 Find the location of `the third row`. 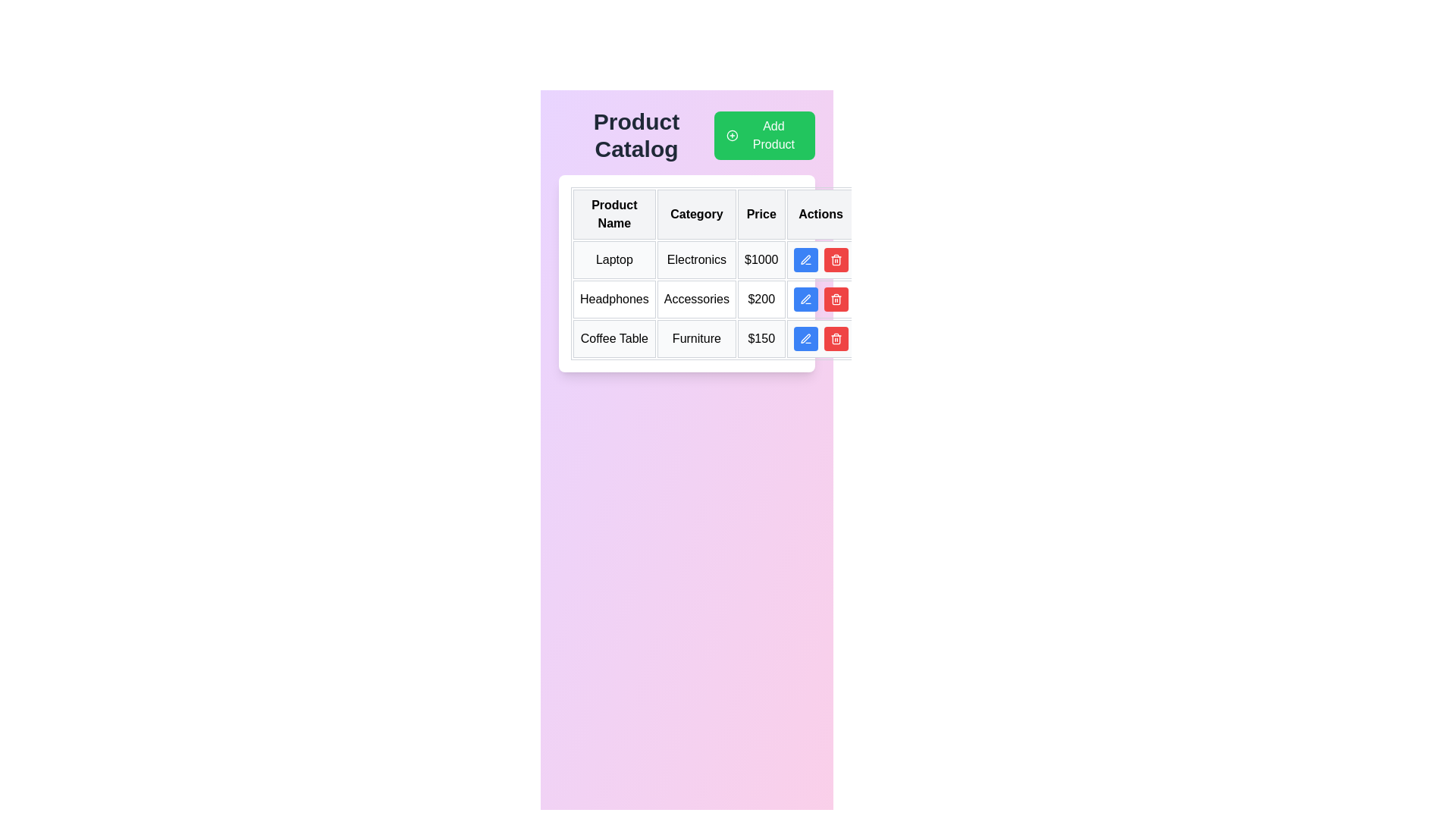

the third row is located at coordinates (713, 338).